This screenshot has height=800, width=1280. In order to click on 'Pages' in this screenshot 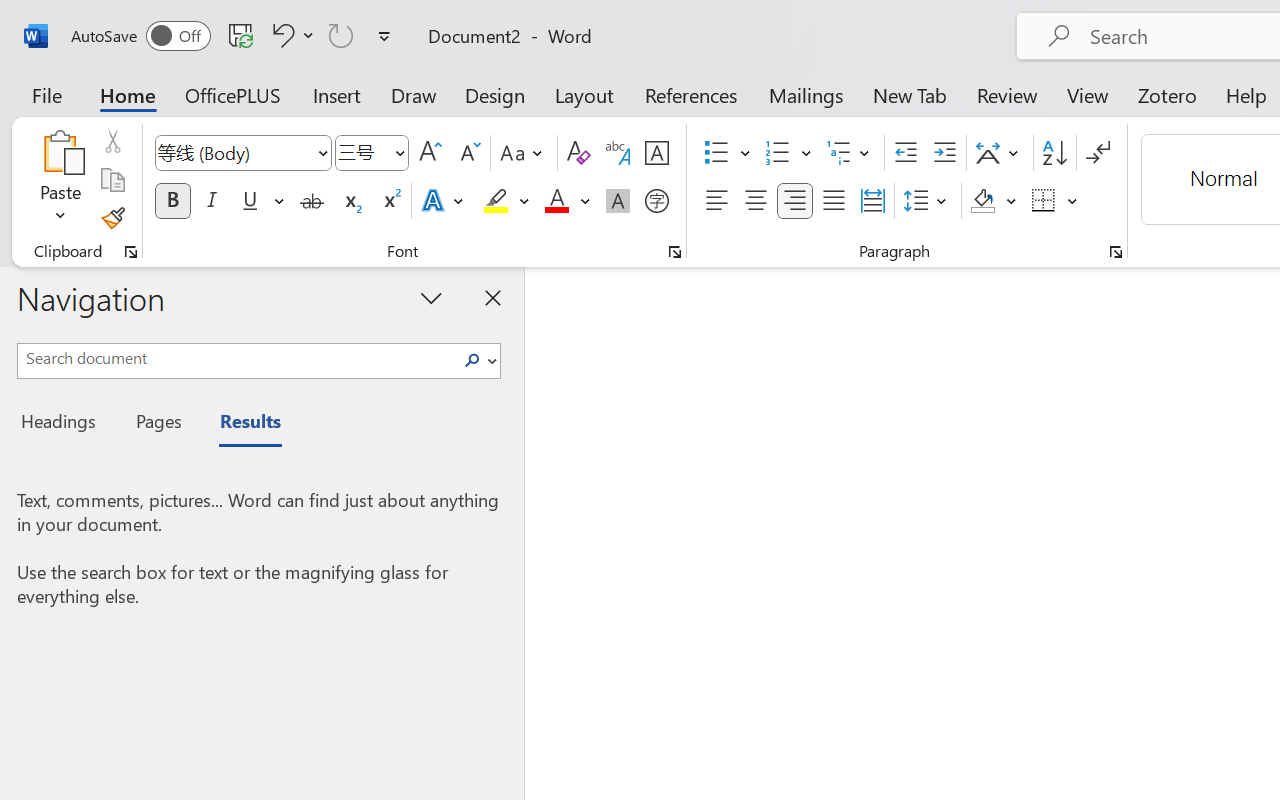, I will do `click(155, 424)`.